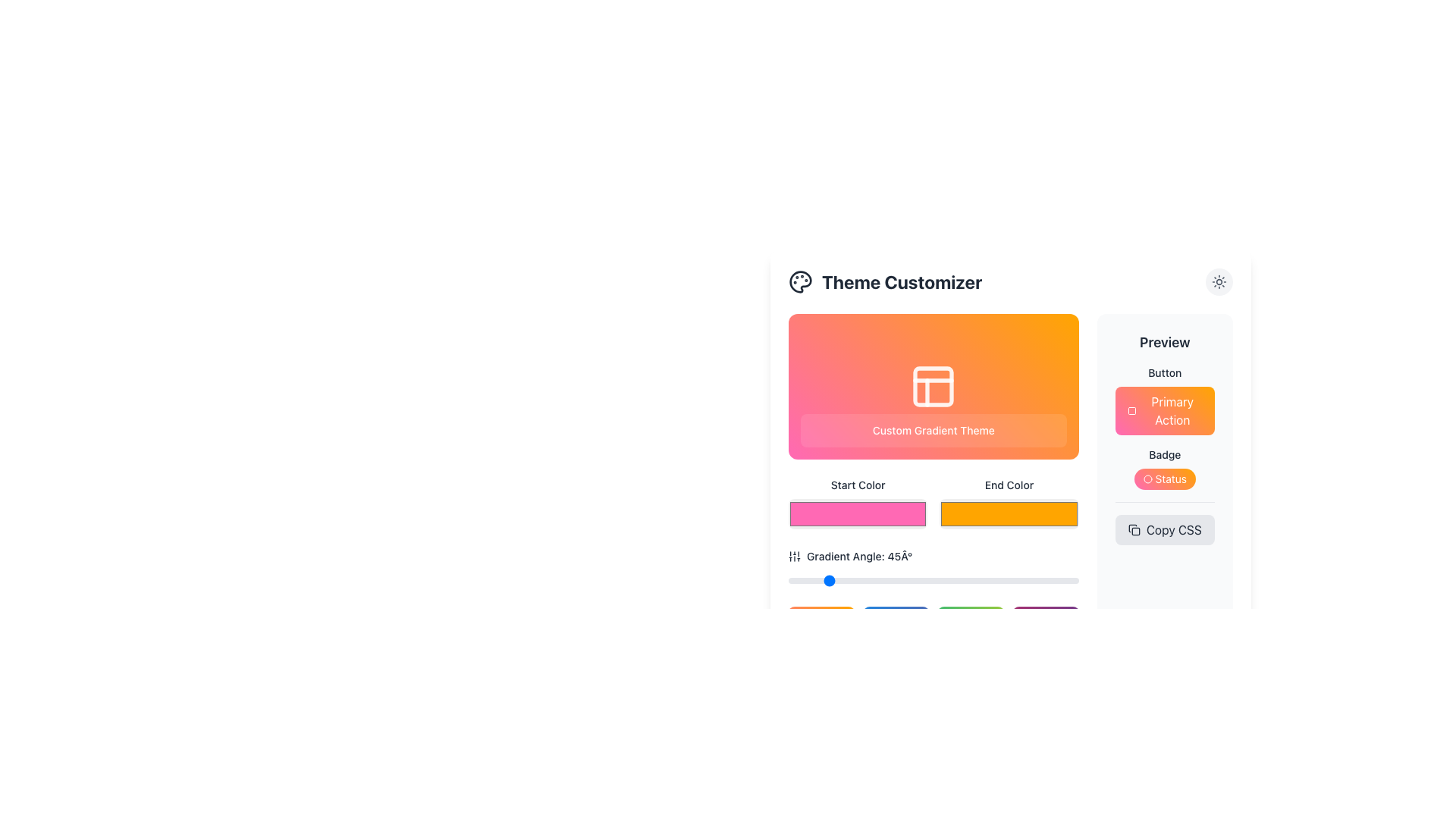 This screenshot has width=1456, height=819. Describe the element at coordinates (933, 430) in the screenshot. I see `the text label indicating the theme being customized in the 'Theme Customizer' section, located in the lower-middle of the gradient box` at that location.